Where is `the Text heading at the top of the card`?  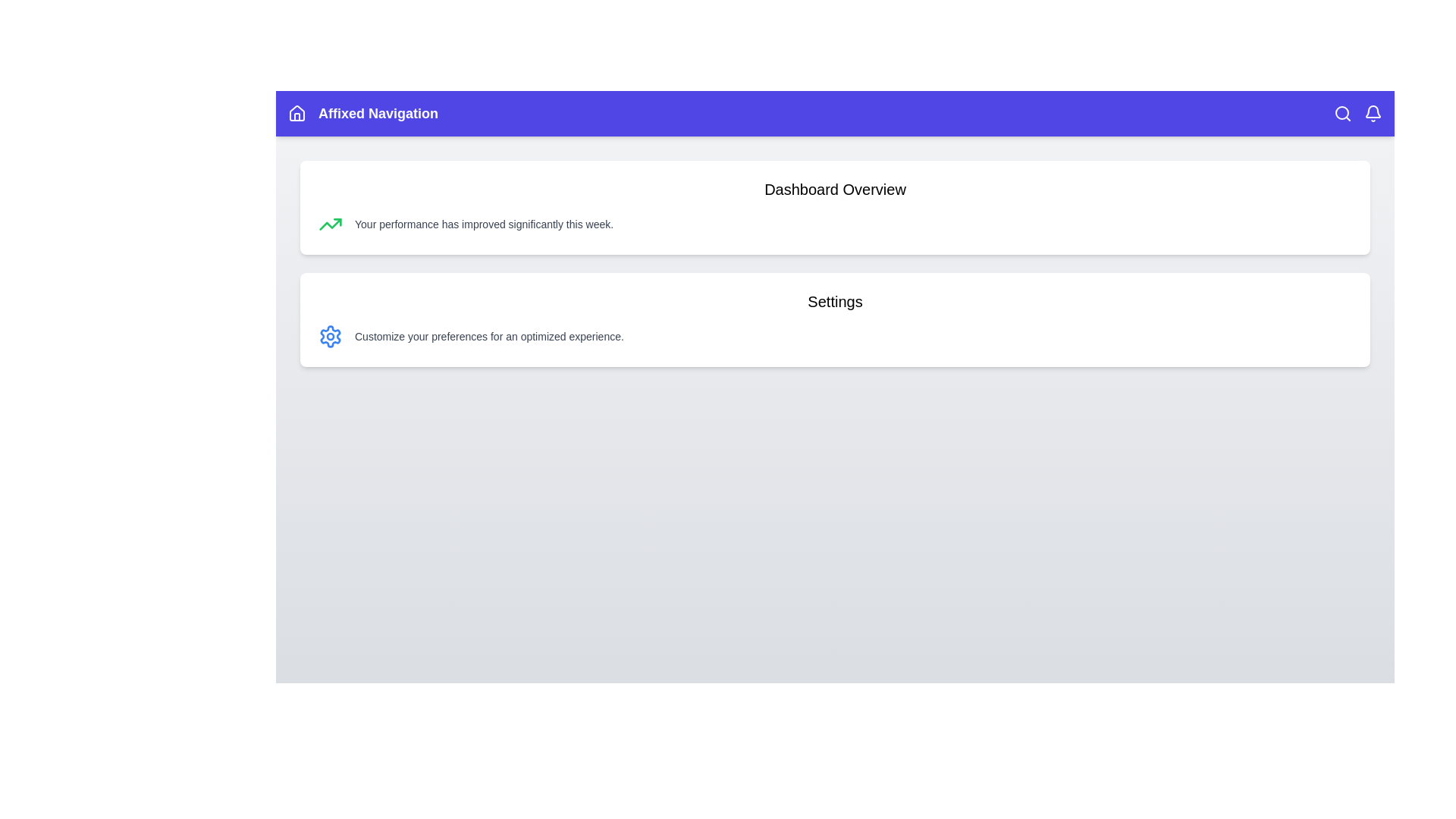 the Text heading at the top of the card is located at coordinates (834, 189).